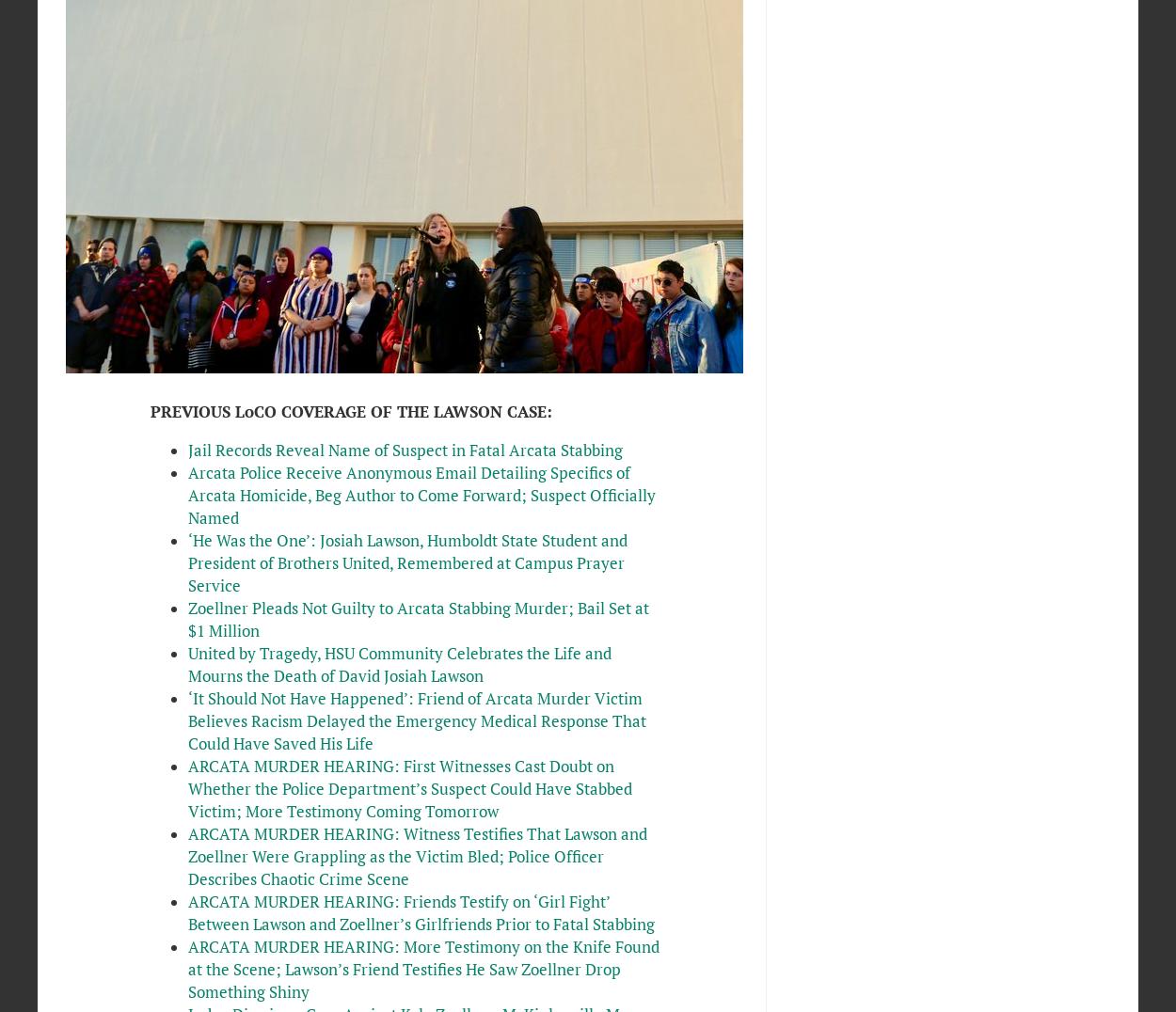  Describe the element at coordinates (421, 967) in the screenshot. I see `'ARCATA MURDER HEARING: More Testimony on the Knife Found at the Scene; Lawson’s Friend Testifies He Saw Zoellner Drop Something Shiny'` at that location.